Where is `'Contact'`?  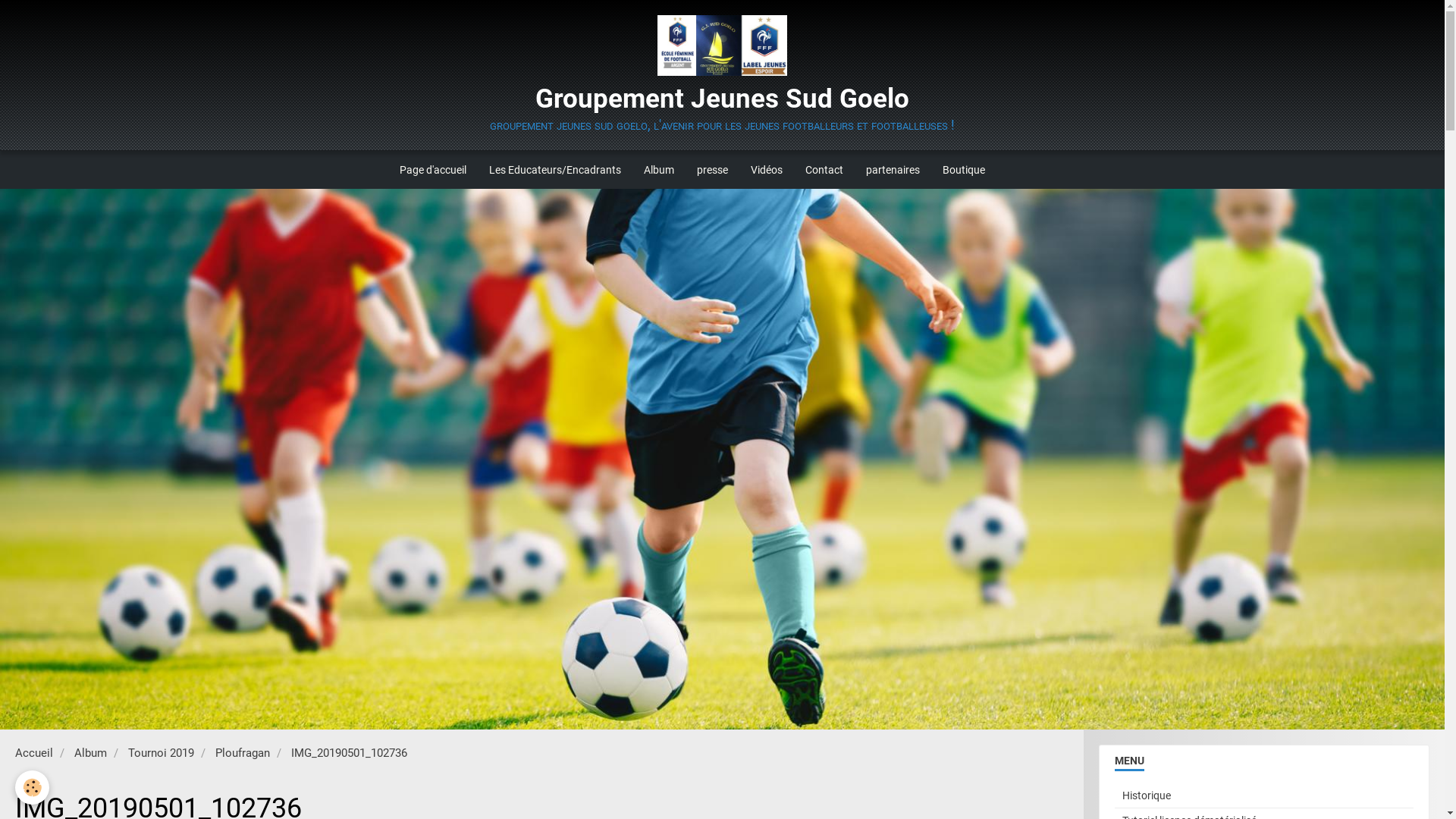 'Contact' is located at coordinates (823, 169).